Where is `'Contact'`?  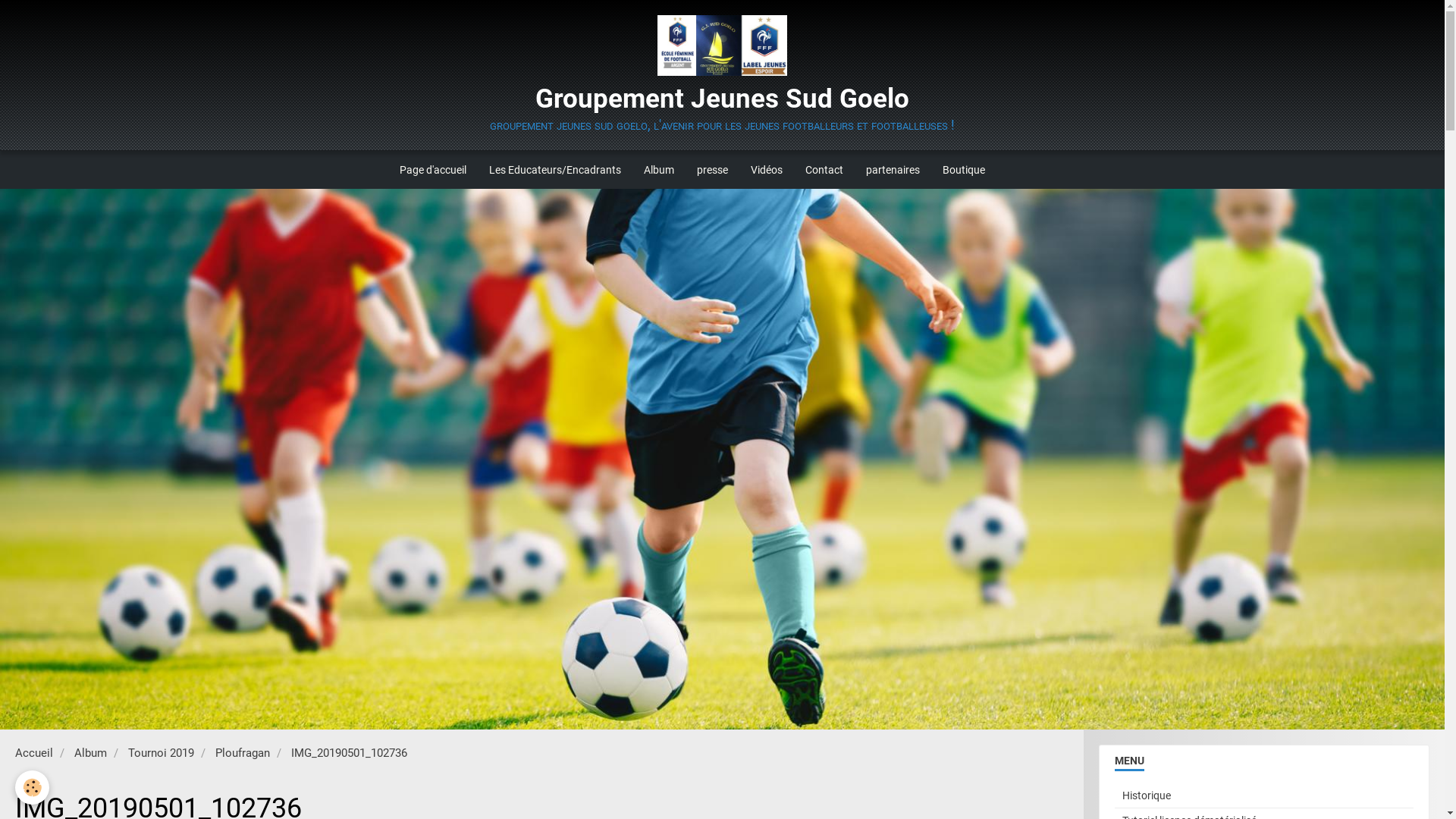 'Contact' is located at coordinates (823, 169).